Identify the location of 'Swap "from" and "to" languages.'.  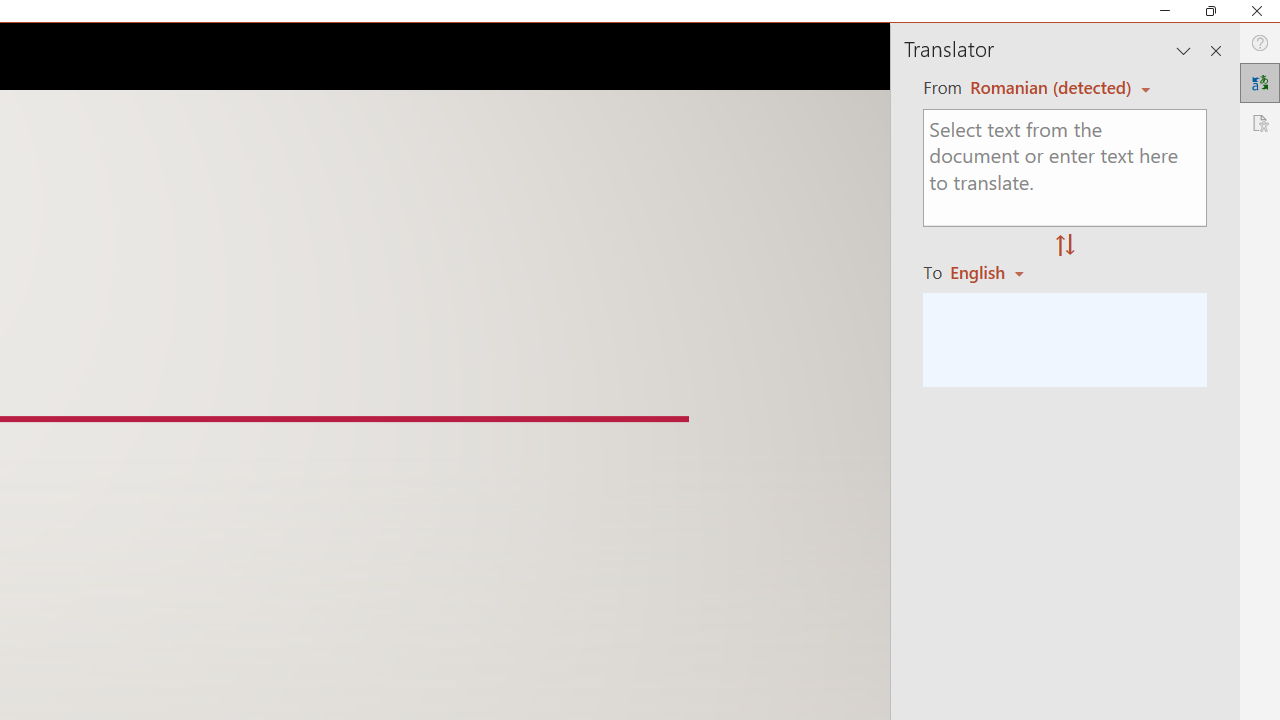
(1064, 244).